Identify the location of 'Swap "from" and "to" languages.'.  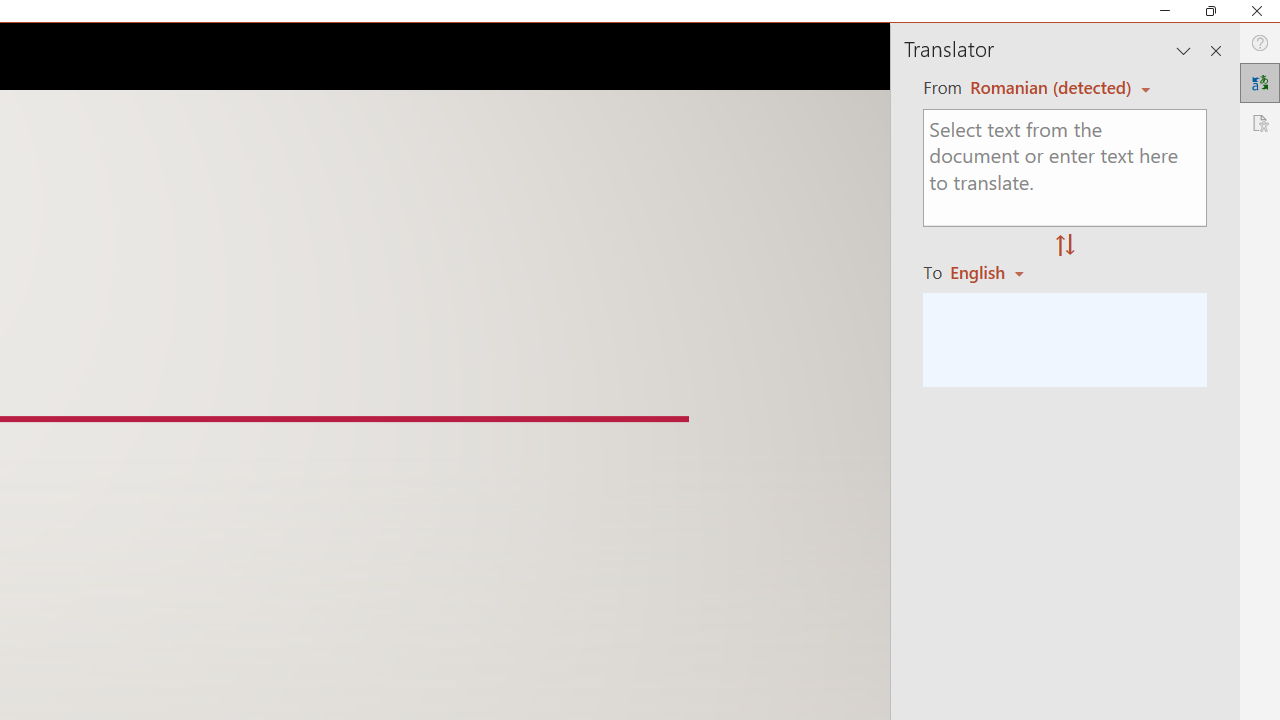
(1064, 244).